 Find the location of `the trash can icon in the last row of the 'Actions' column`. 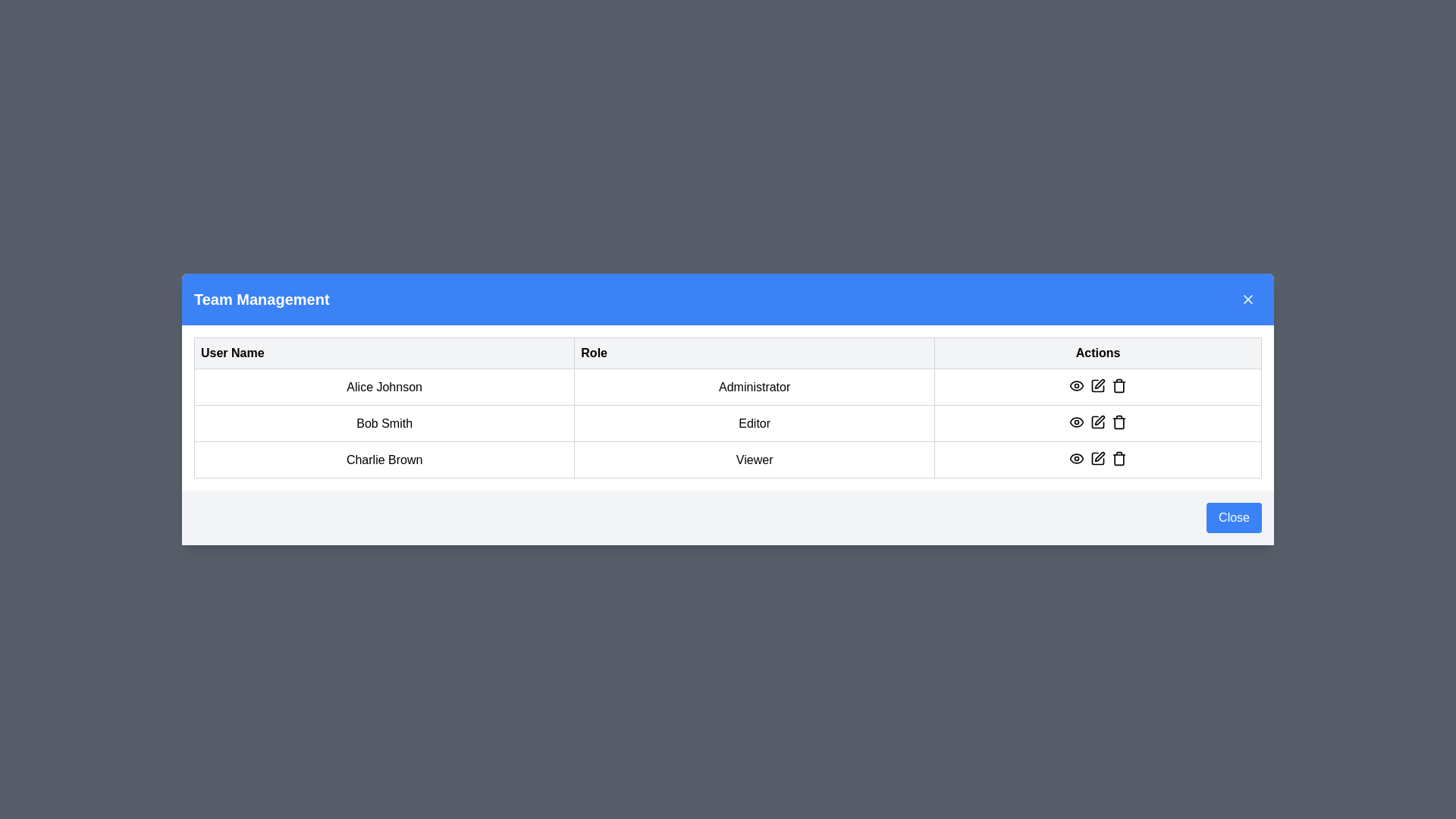

the trash can icon in the last row of the 'Actions' column is located at coordinates (1119, 458).